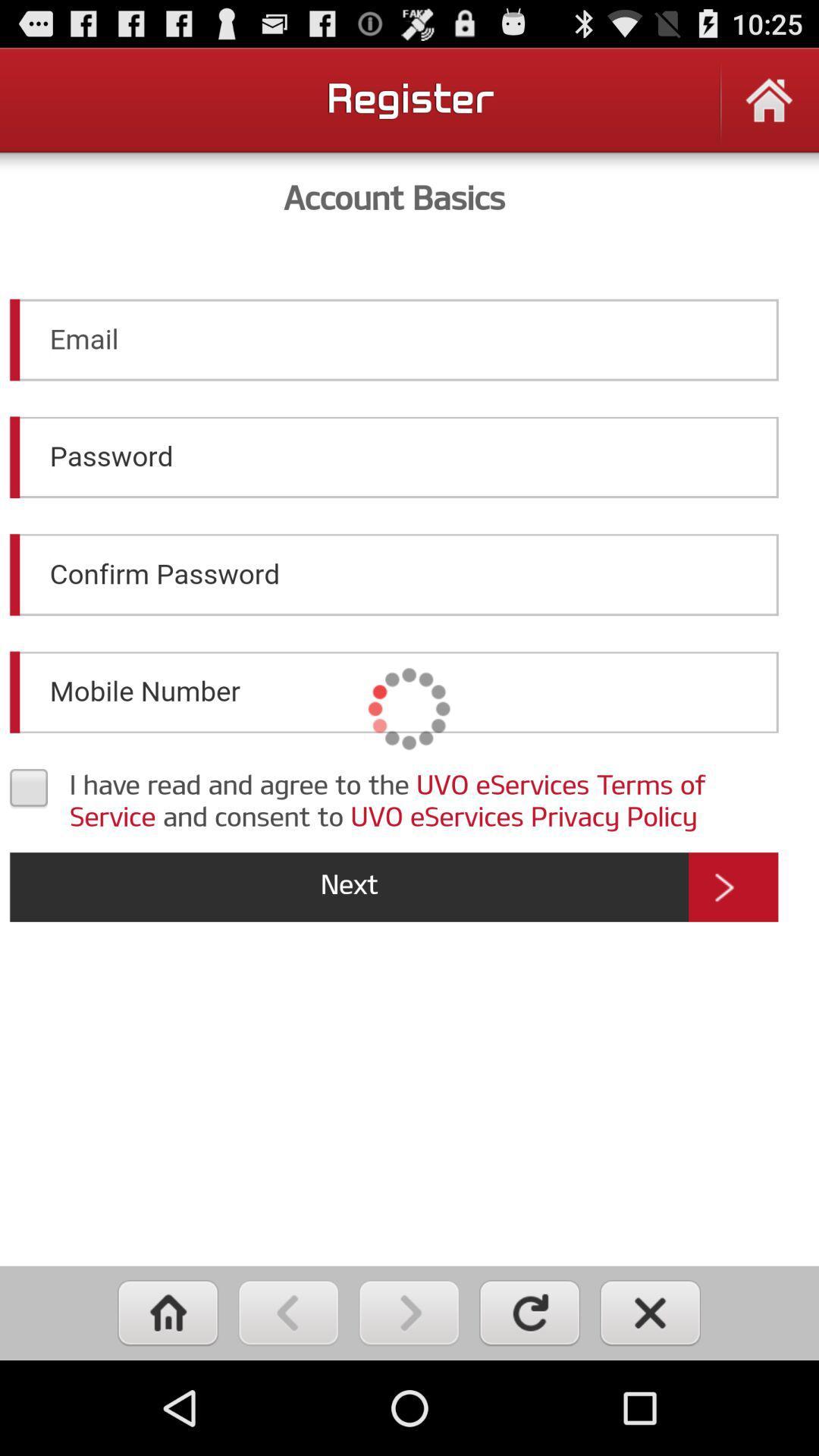  I want to click on previous, so click(288, 1312).